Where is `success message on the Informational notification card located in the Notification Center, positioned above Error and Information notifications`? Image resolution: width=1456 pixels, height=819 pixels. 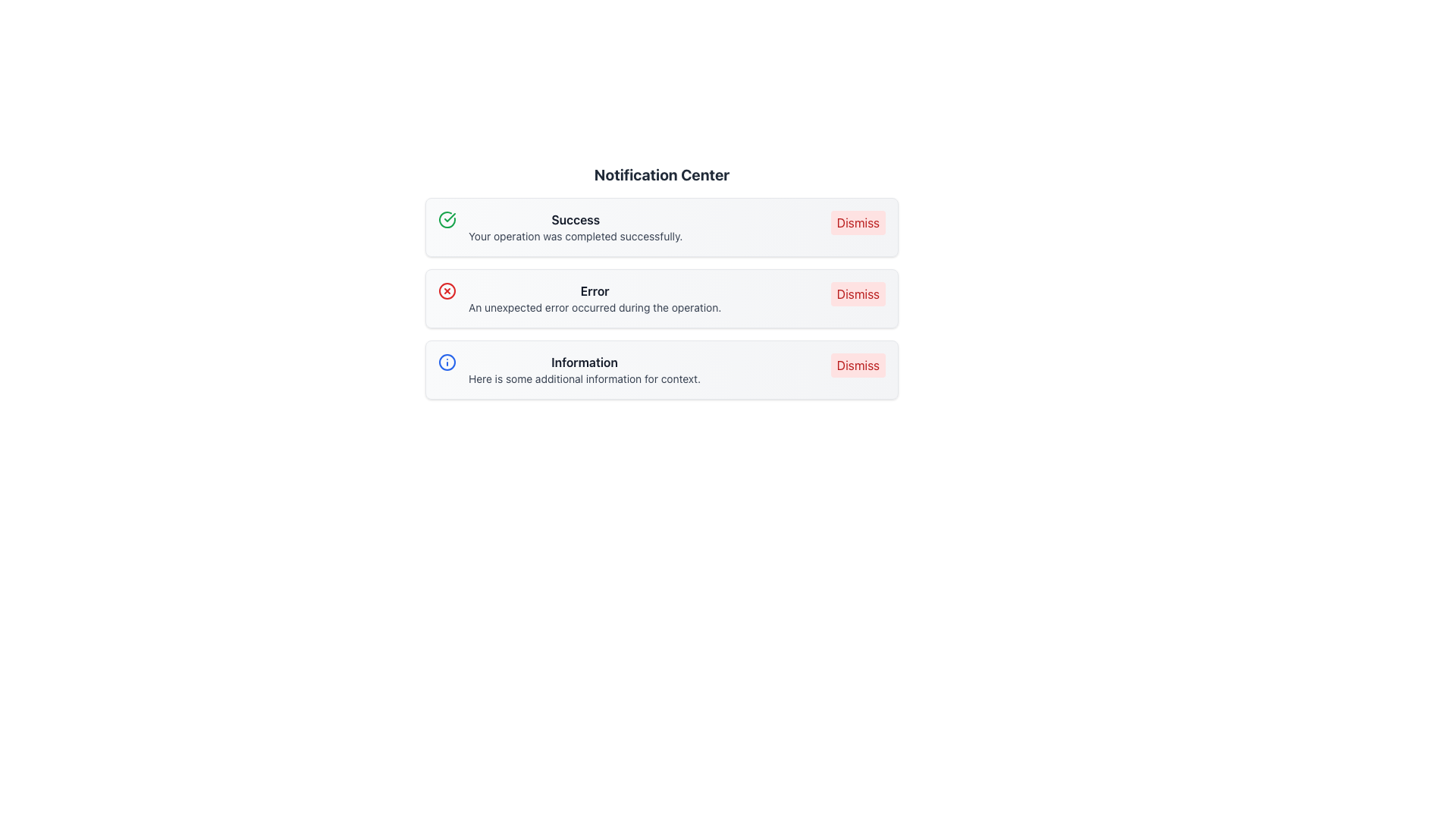
success message on the Informational notification card located in the Notification Center, positioned above Error and Information notifications is located at coordinates (662, 227).